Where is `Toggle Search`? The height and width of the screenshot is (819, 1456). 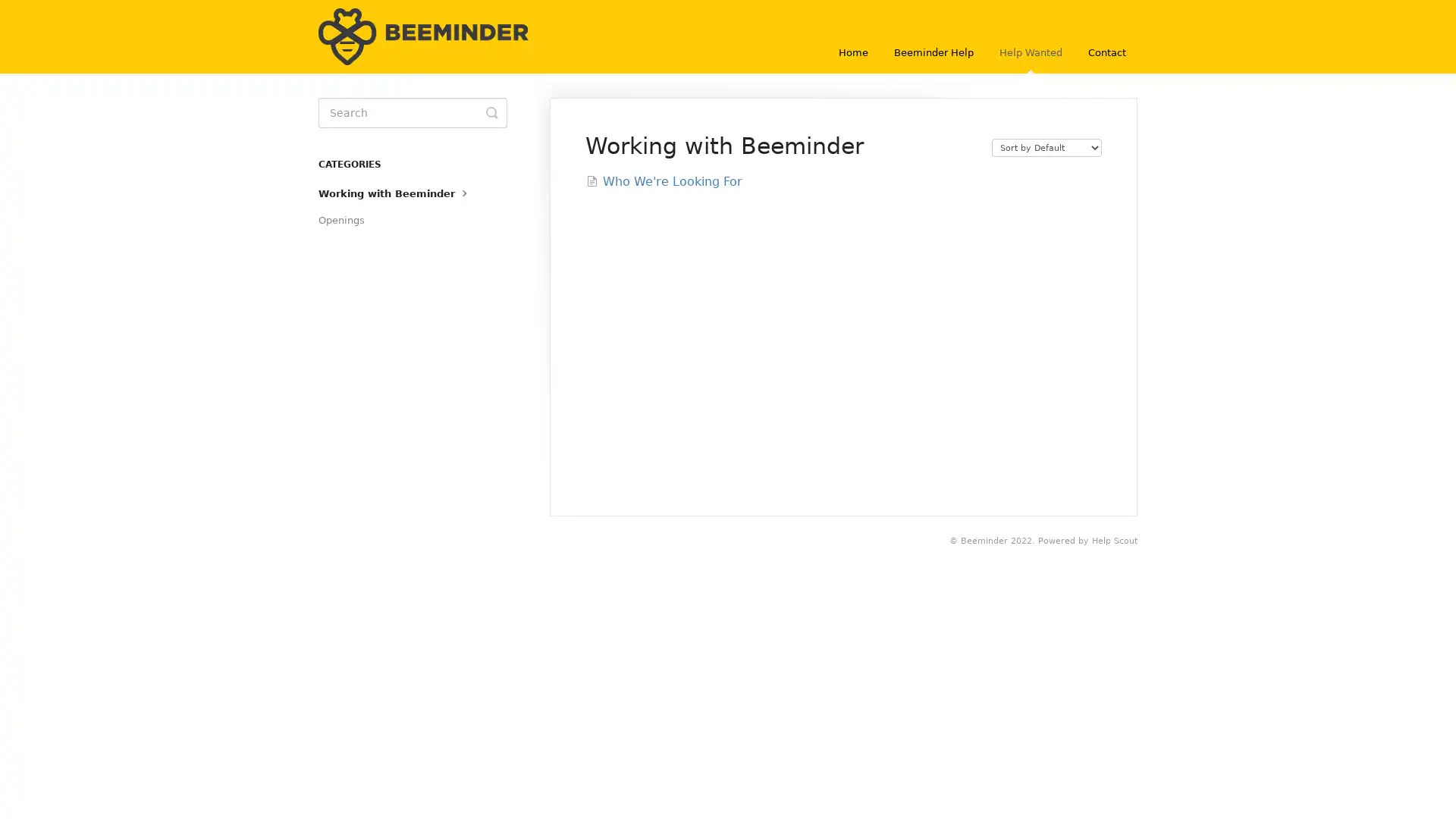 Toggle Search is located at coordinates (491, 112).